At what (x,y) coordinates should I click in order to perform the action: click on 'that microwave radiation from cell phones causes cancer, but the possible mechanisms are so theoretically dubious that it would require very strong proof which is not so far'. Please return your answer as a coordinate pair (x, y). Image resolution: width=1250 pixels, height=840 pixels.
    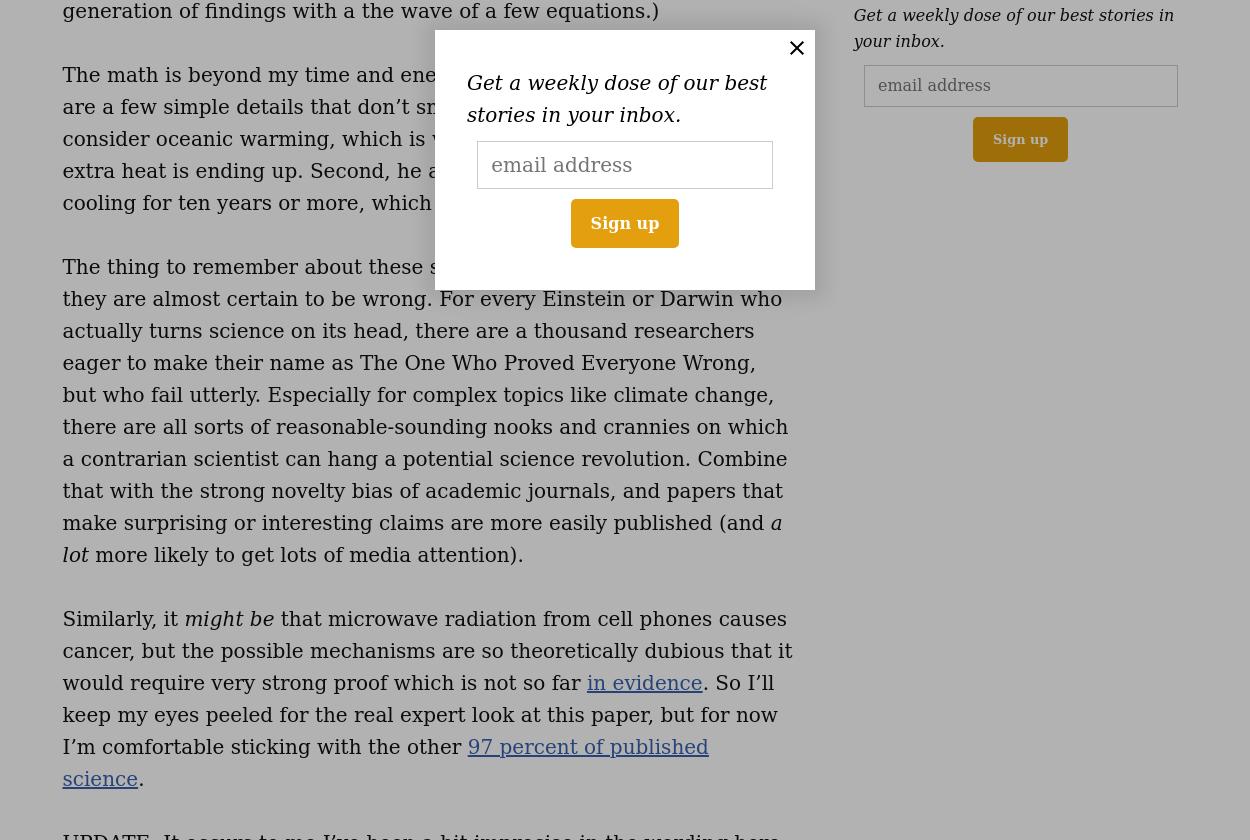
    Looking at the image, I should click on (427, 651).